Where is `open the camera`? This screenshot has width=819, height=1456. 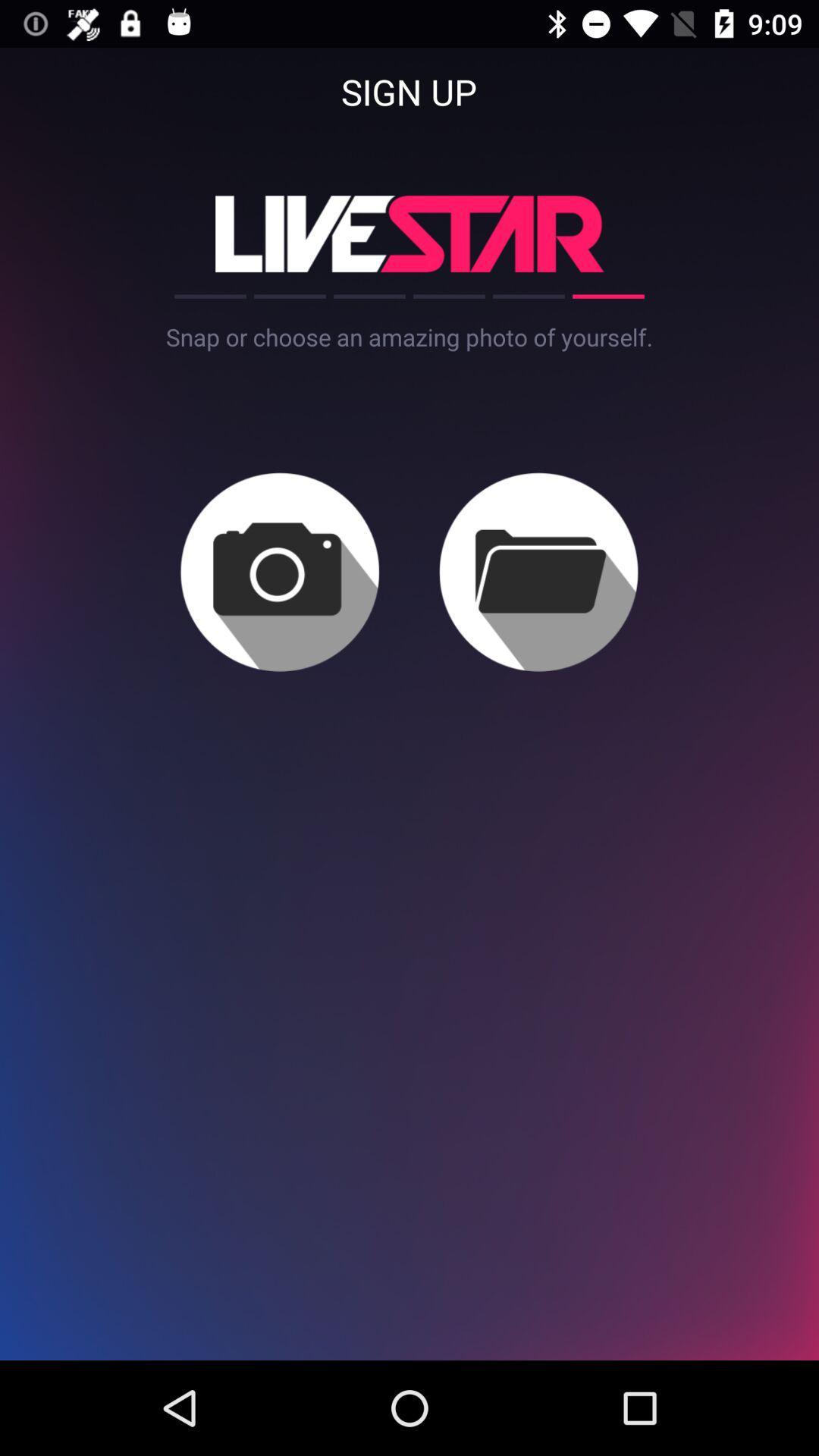 open the camera is located at coordinates (280, 571).